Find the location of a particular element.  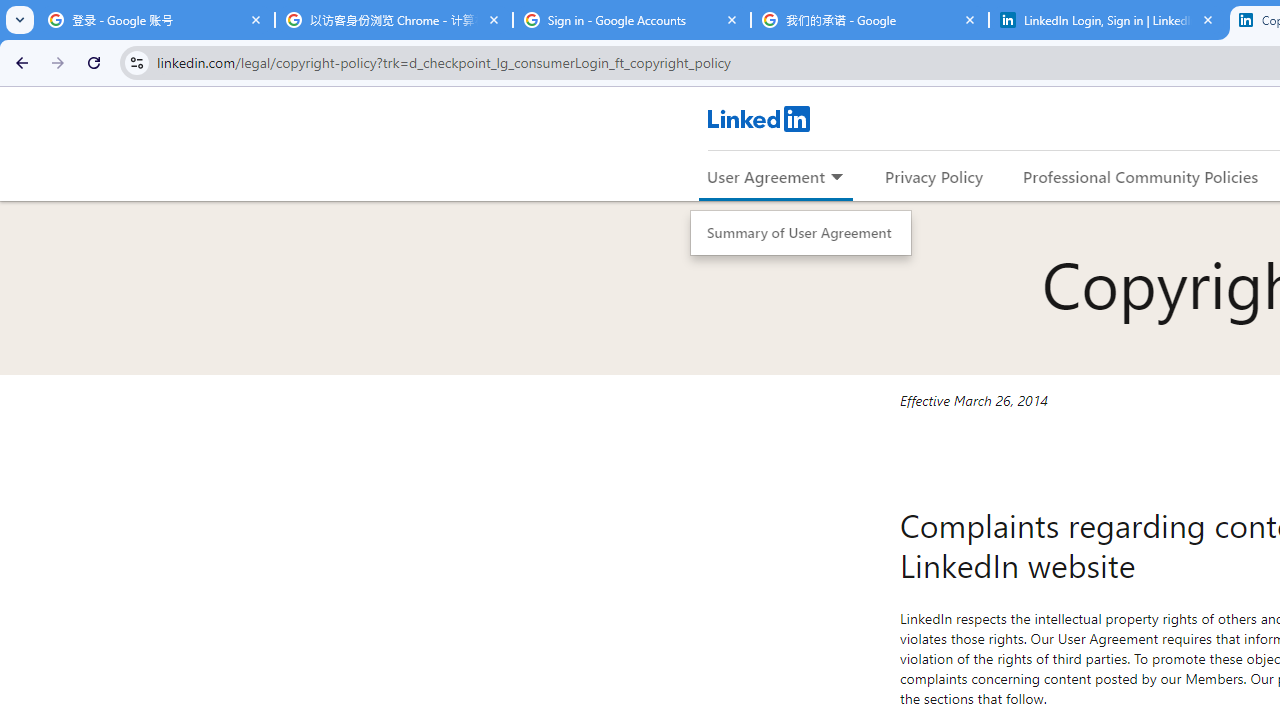

'Professional Community Policies' is located at coordinates (1141, 175).